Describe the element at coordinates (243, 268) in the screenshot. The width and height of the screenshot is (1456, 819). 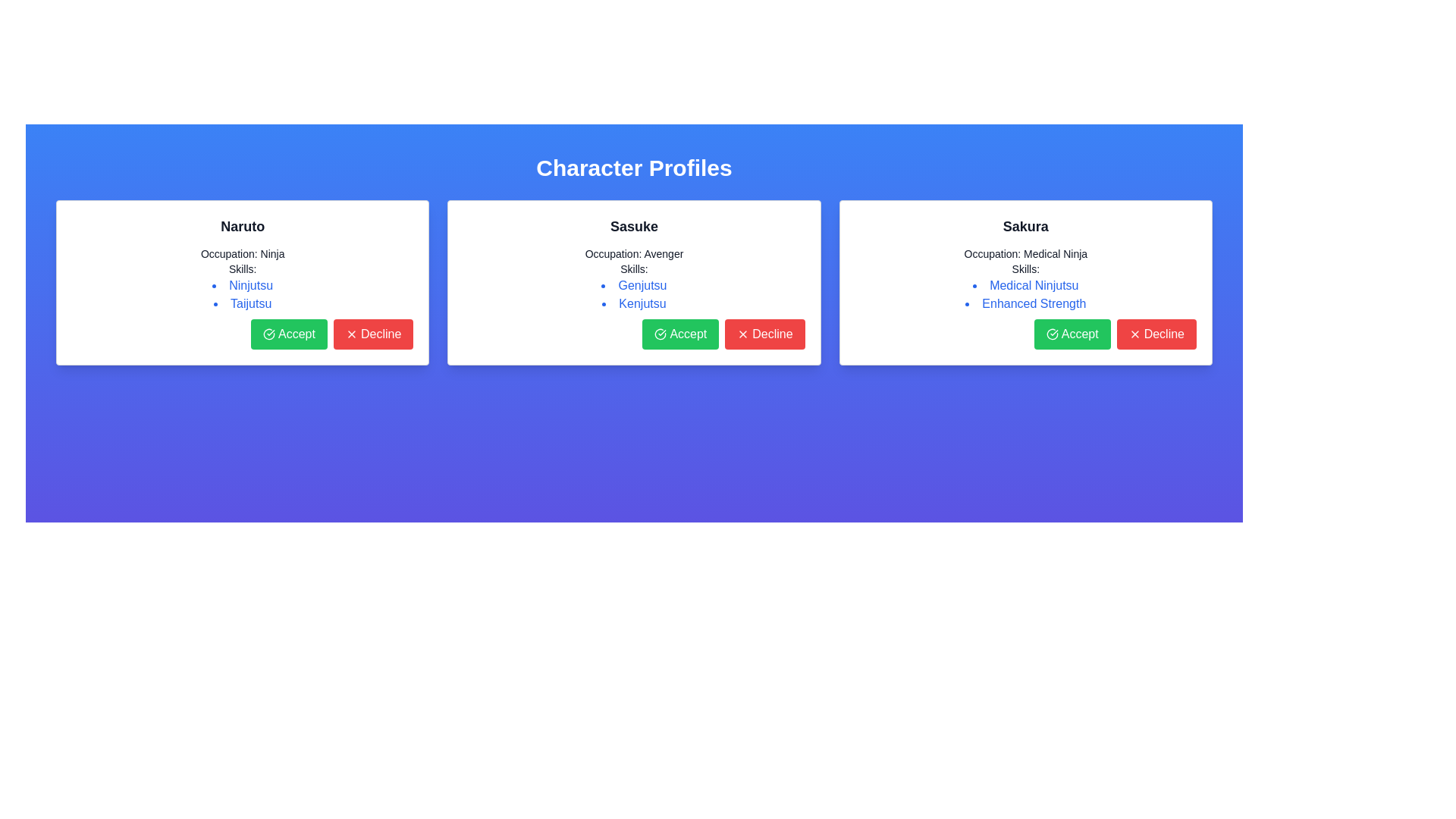
I see `the text label displaying 'Skills:' which is positioned below 'Occupation: Ninja' in the leftmost card of the interface` at that location.